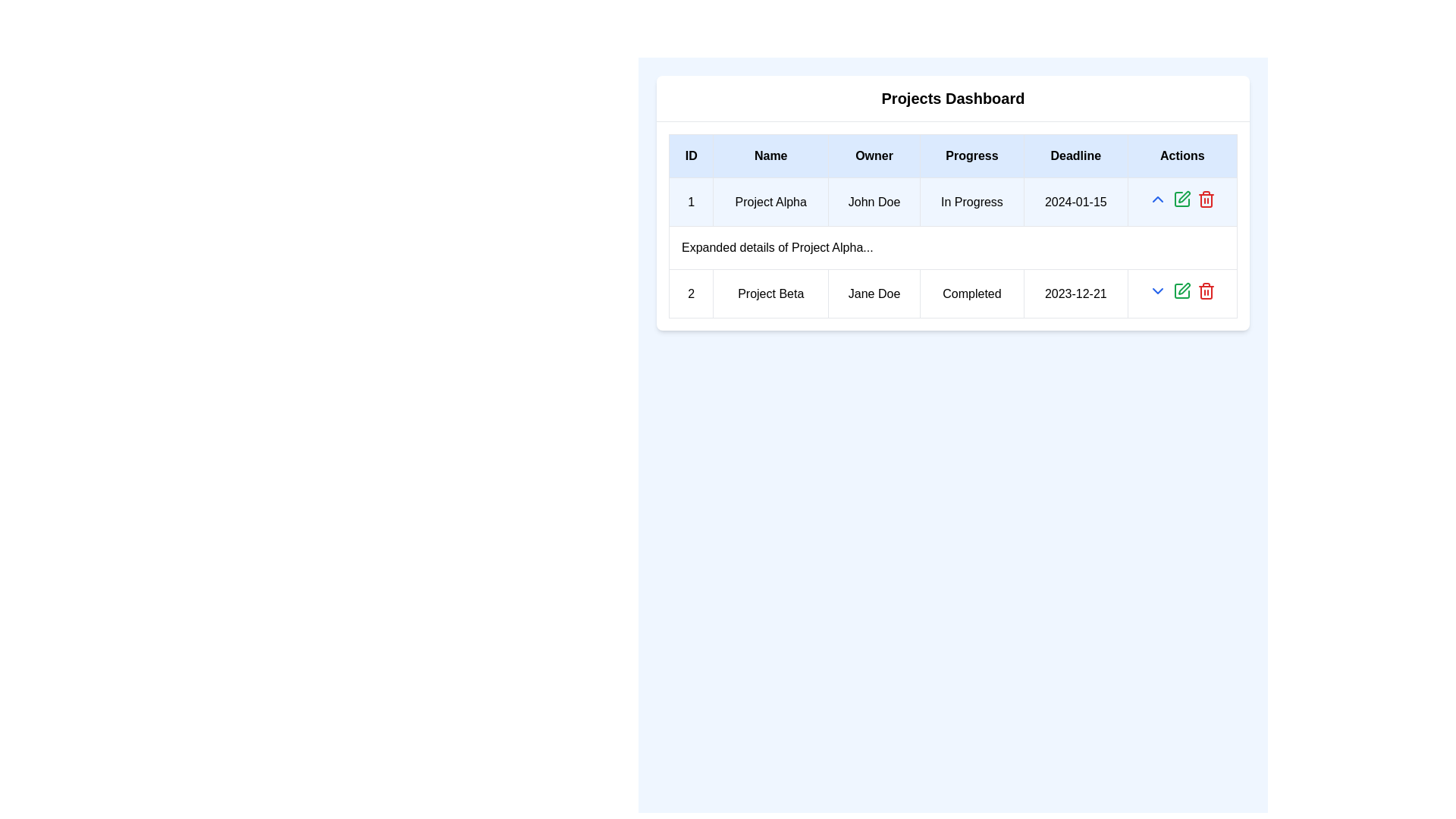 Image resolution: width=1456 pixels, height=819 pixels. What do you see at coordinates (690, 293) in the screenshot?
I see `the Static Text Label that serves as an identifier for the project entry in the second row of the table, located in the 'ID' column` at bounding box center [690, 293].